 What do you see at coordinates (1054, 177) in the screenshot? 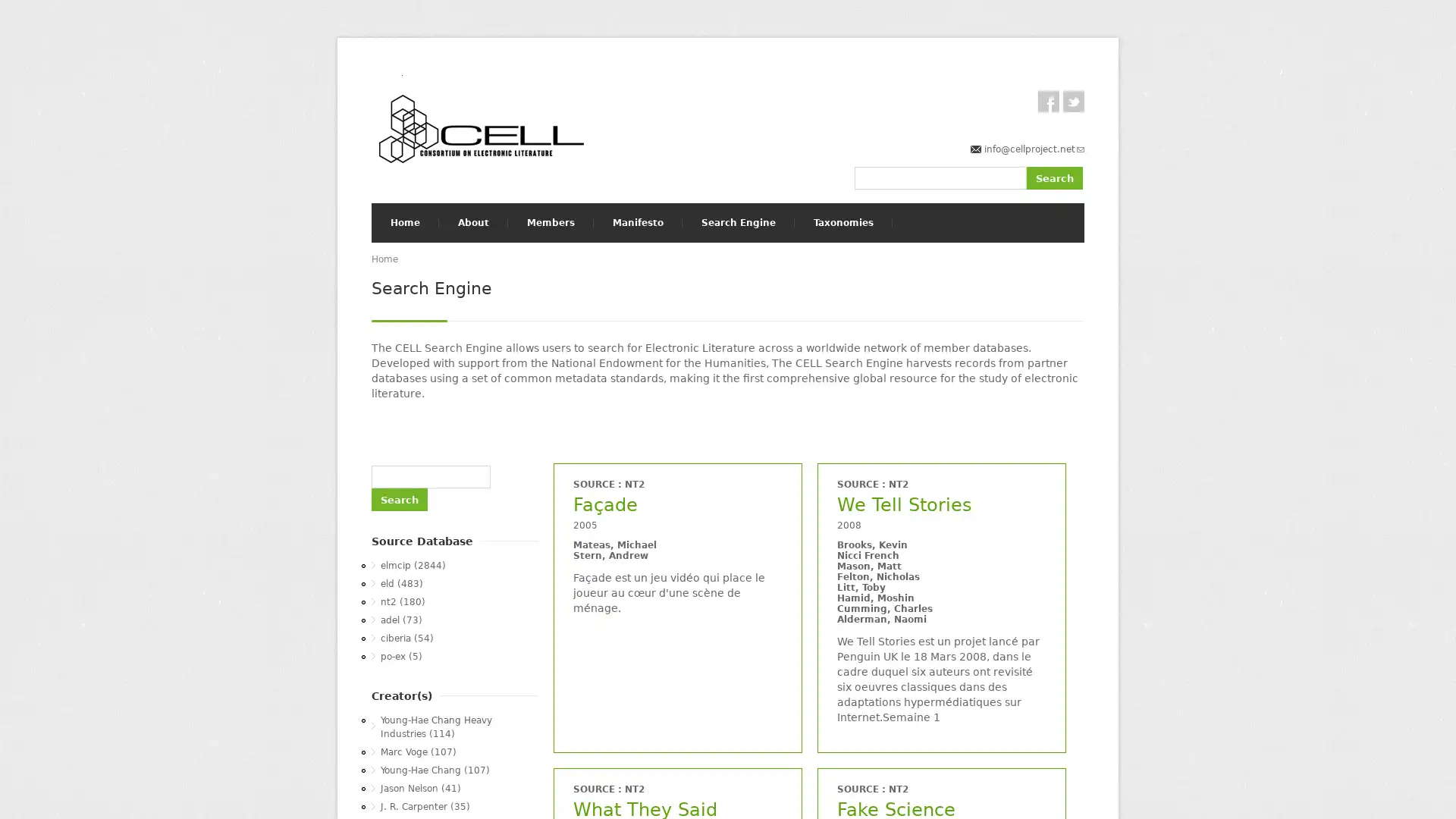
I see `Search` at bounding box center [1054, 177].